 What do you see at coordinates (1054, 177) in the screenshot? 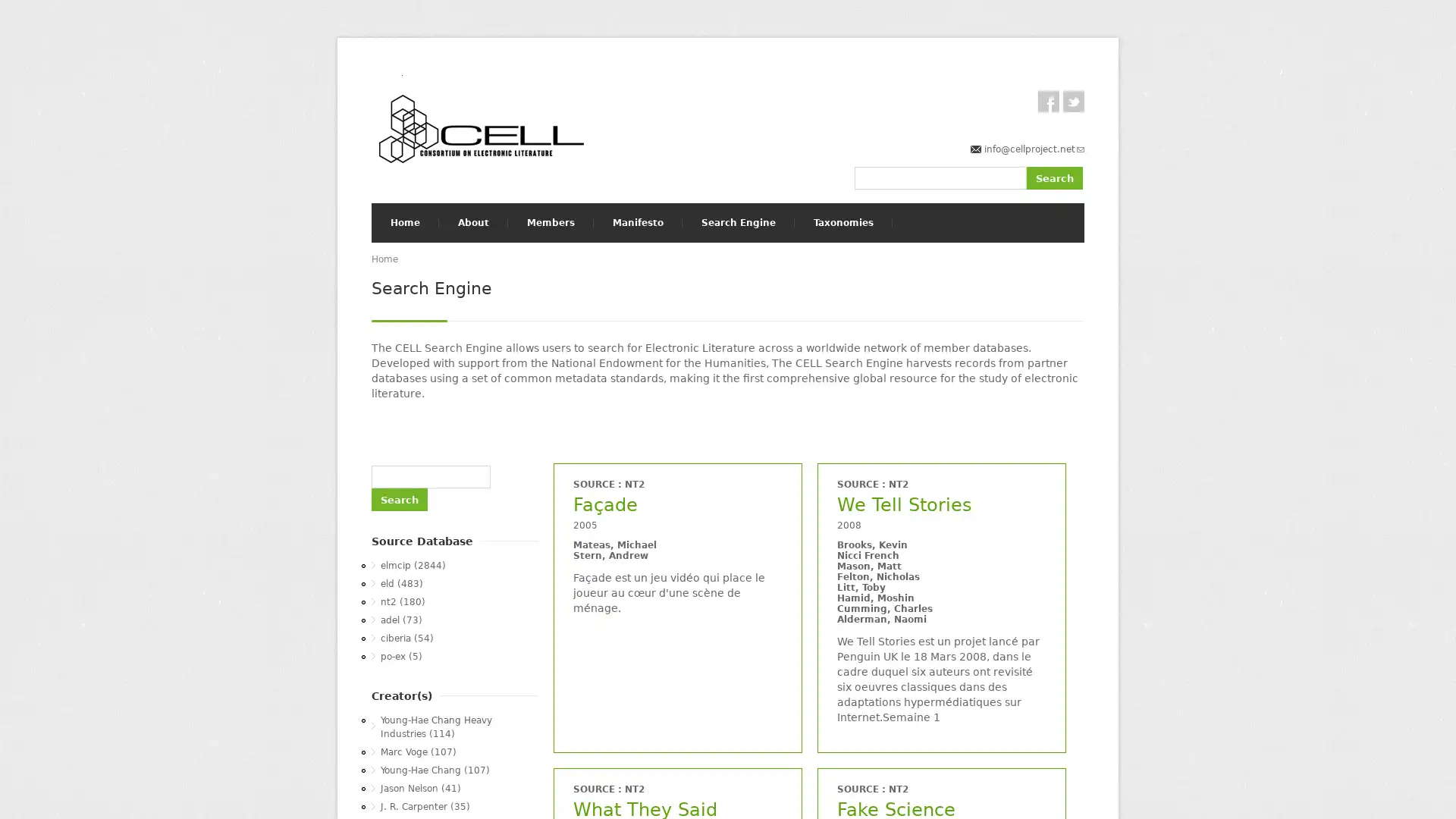
I see `Search` at bounding box center [1054, 177].